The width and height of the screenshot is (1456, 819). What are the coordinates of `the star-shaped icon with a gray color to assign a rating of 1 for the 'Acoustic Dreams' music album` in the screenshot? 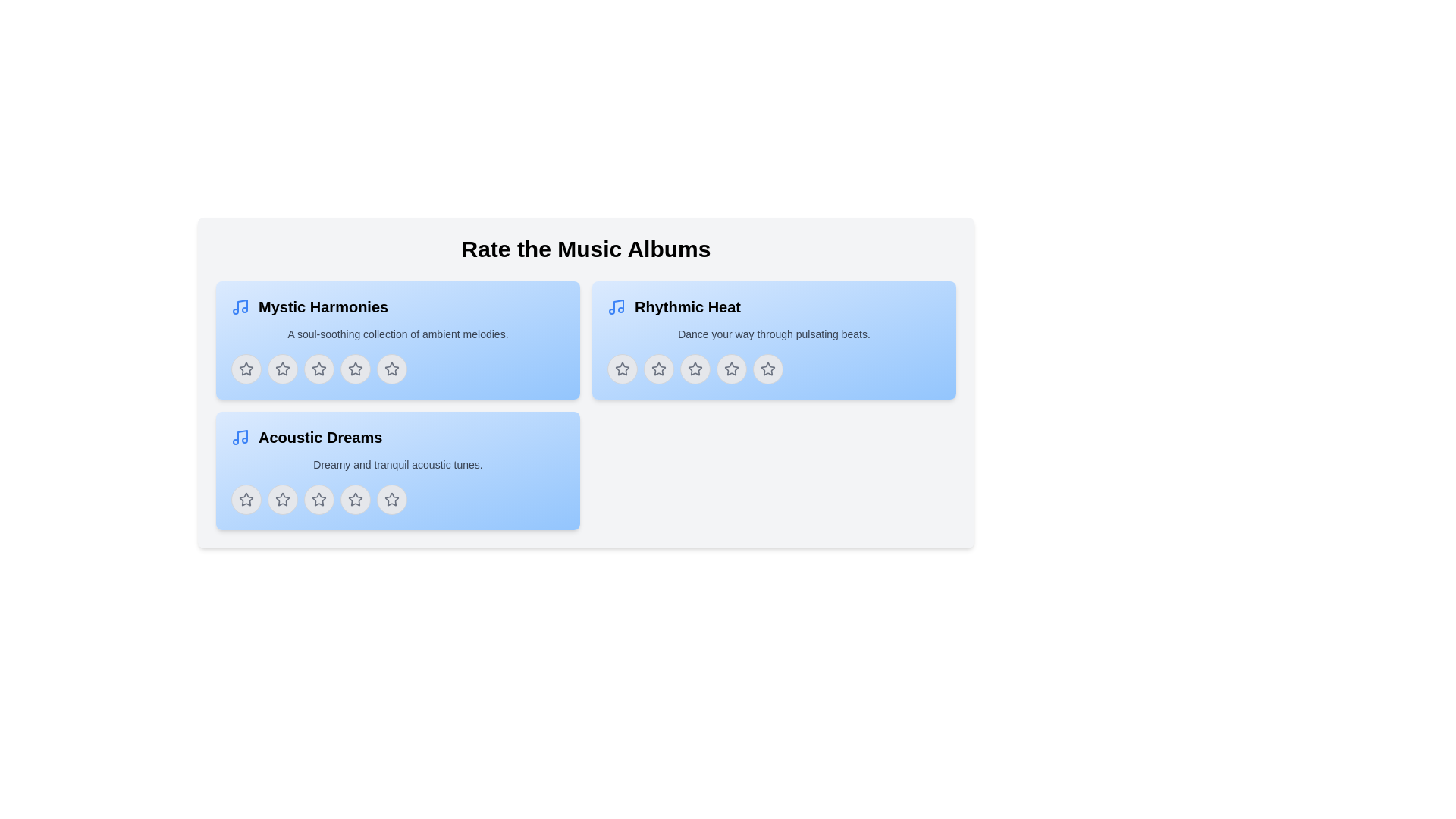 It's located at (283, 500).